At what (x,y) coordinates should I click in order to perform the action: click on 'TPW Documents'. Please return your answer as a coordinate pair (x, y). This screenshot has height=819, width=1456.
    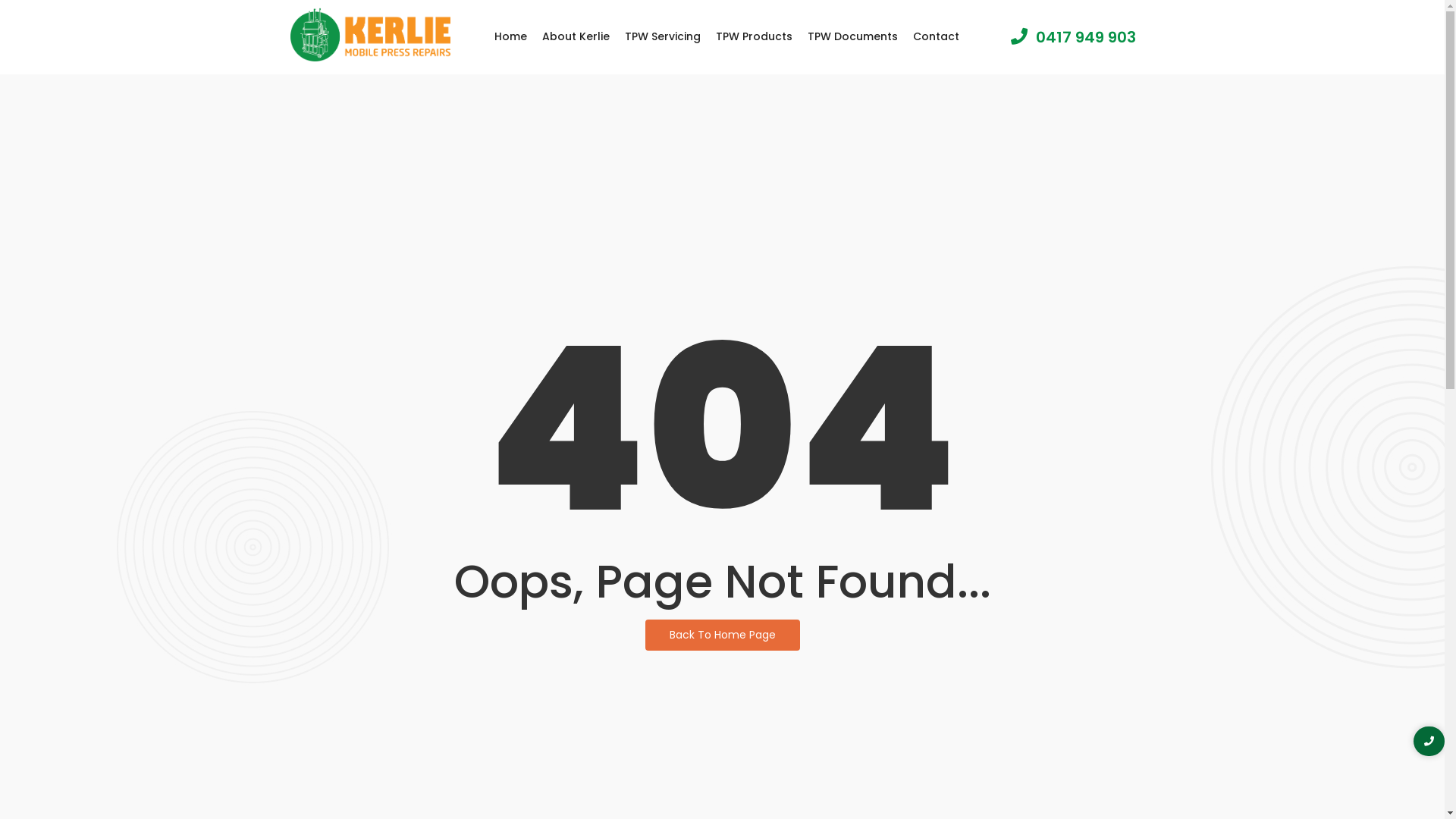
    Looking at the image, I should click on (852, 36).